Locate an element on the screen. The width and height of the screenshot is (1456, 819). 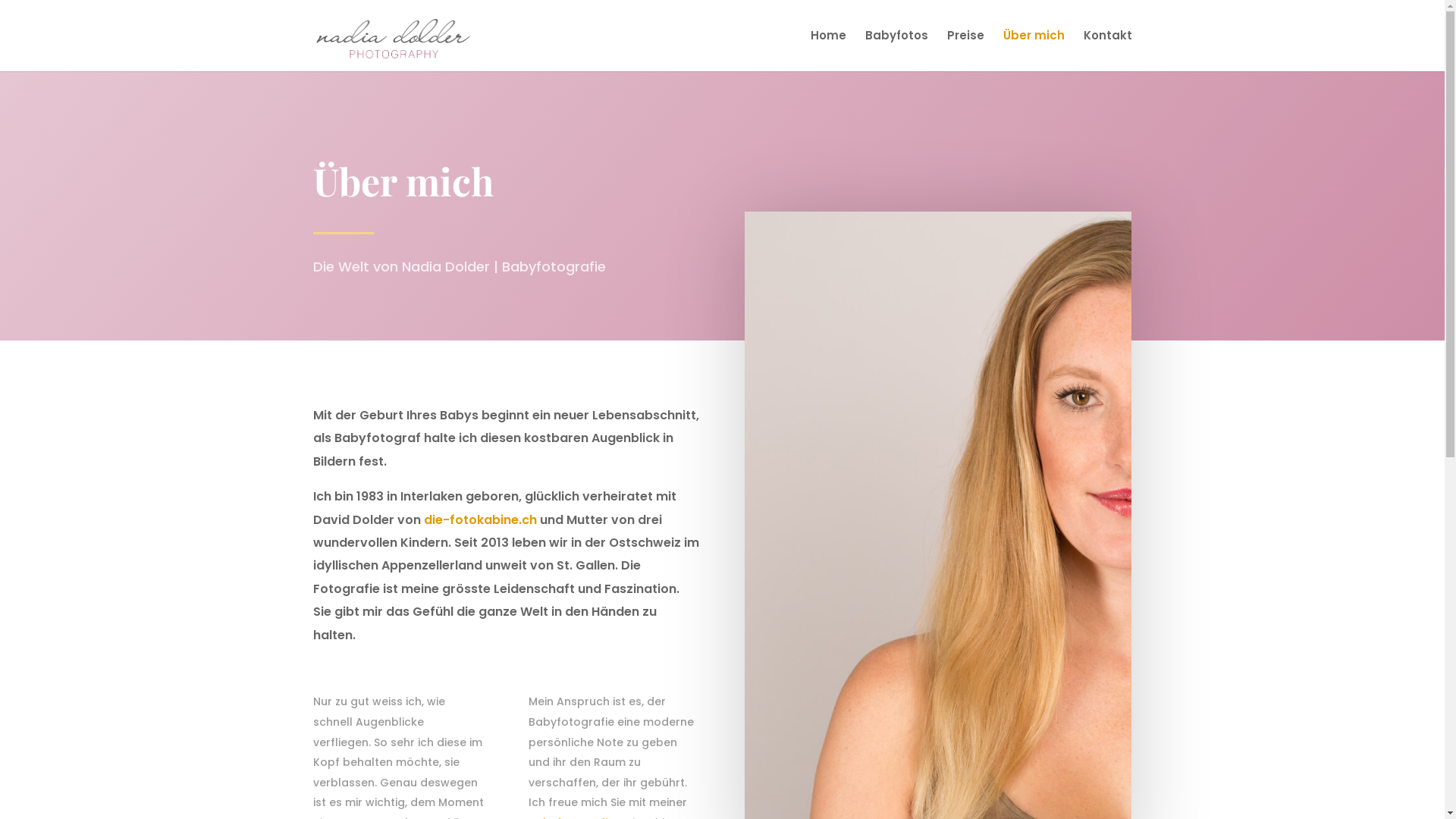
'Babyfotos' is located at coordinates (864, 49).